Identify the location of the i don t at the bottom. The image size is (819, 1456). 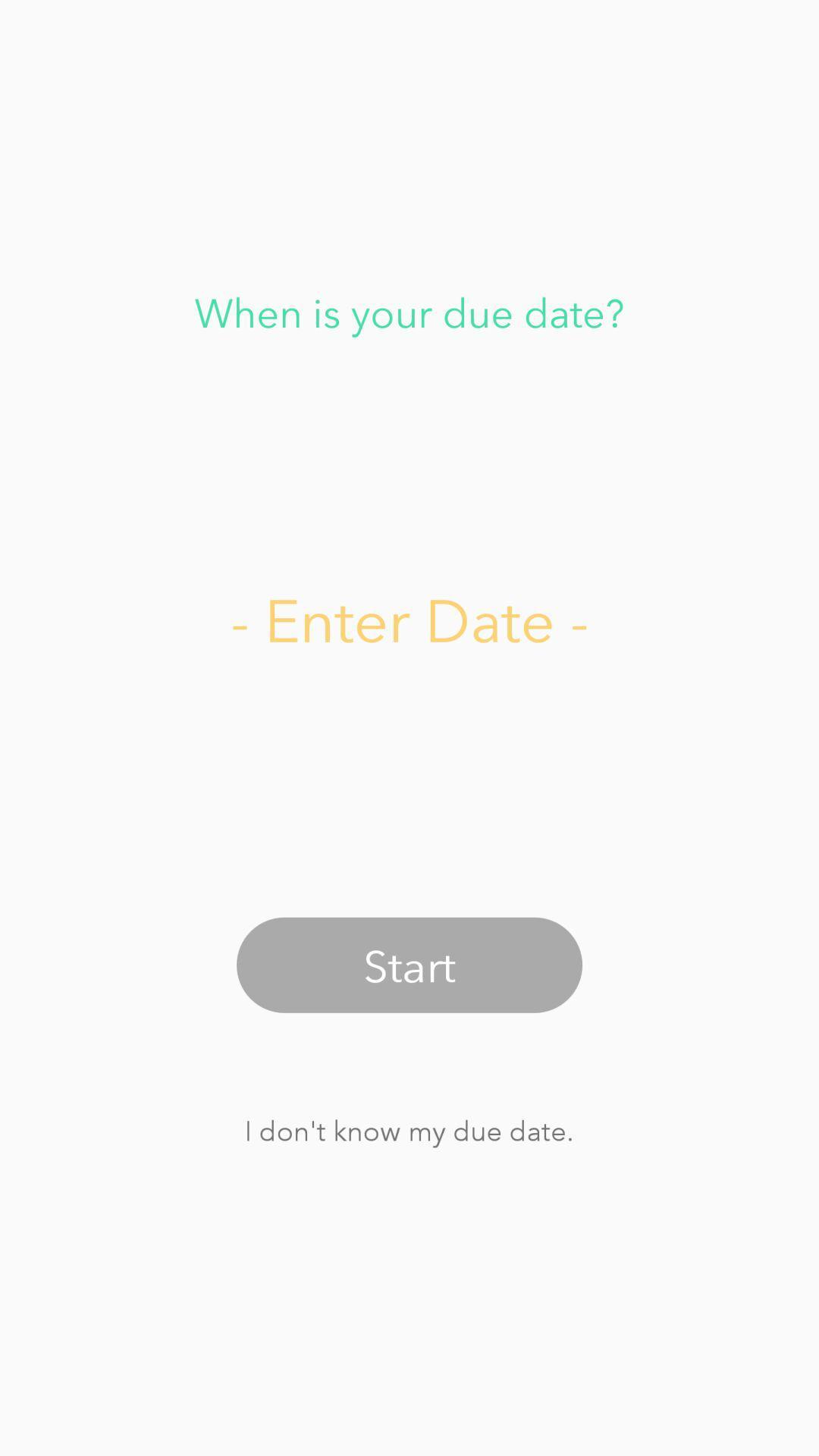
(408, 1130).